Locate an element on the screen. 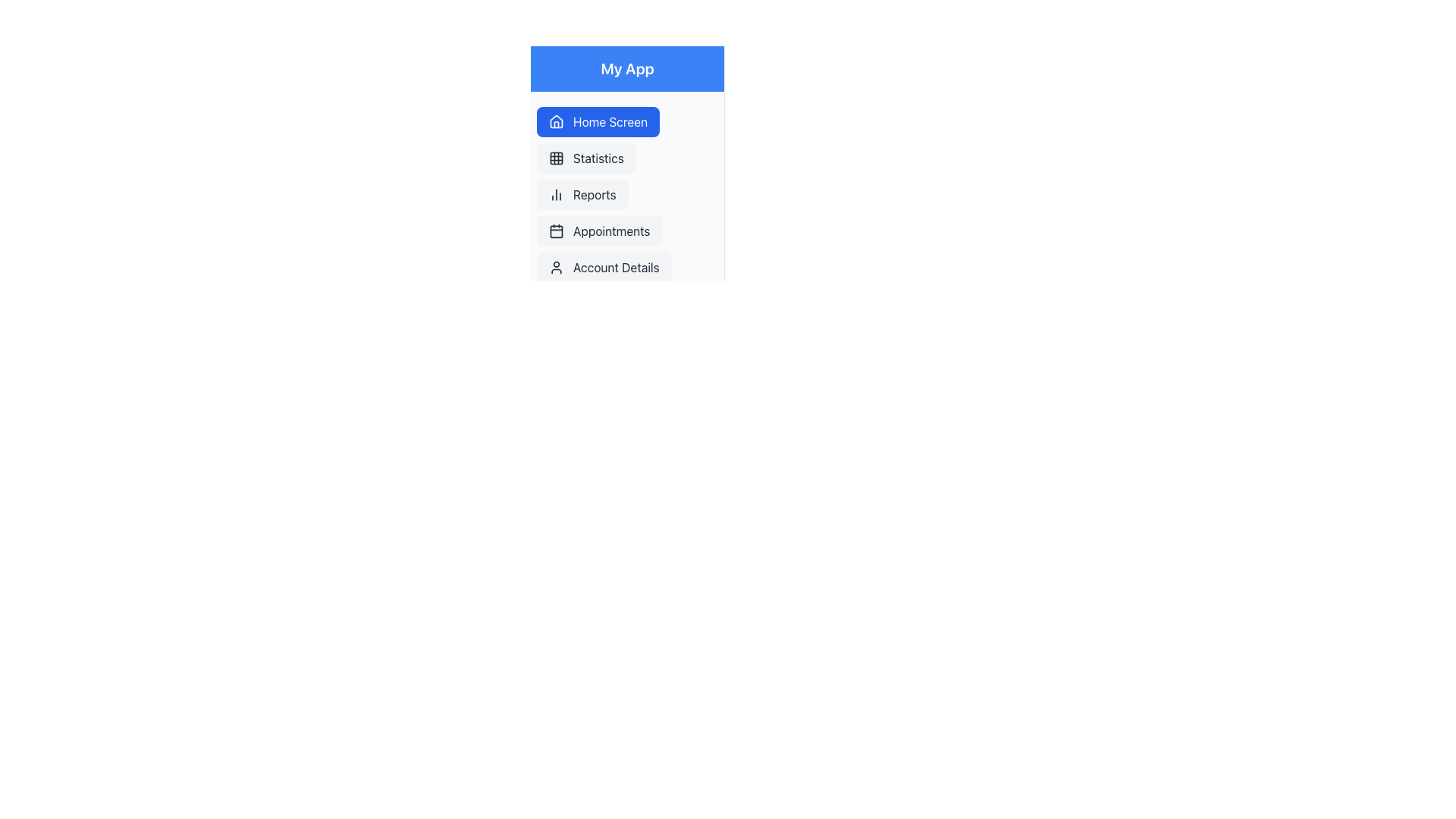 The image size is (1456, 819). the 'Account Details' button, which is a rectangular button with rounded corners located in the sidebar is located at coordinates (603, 267).